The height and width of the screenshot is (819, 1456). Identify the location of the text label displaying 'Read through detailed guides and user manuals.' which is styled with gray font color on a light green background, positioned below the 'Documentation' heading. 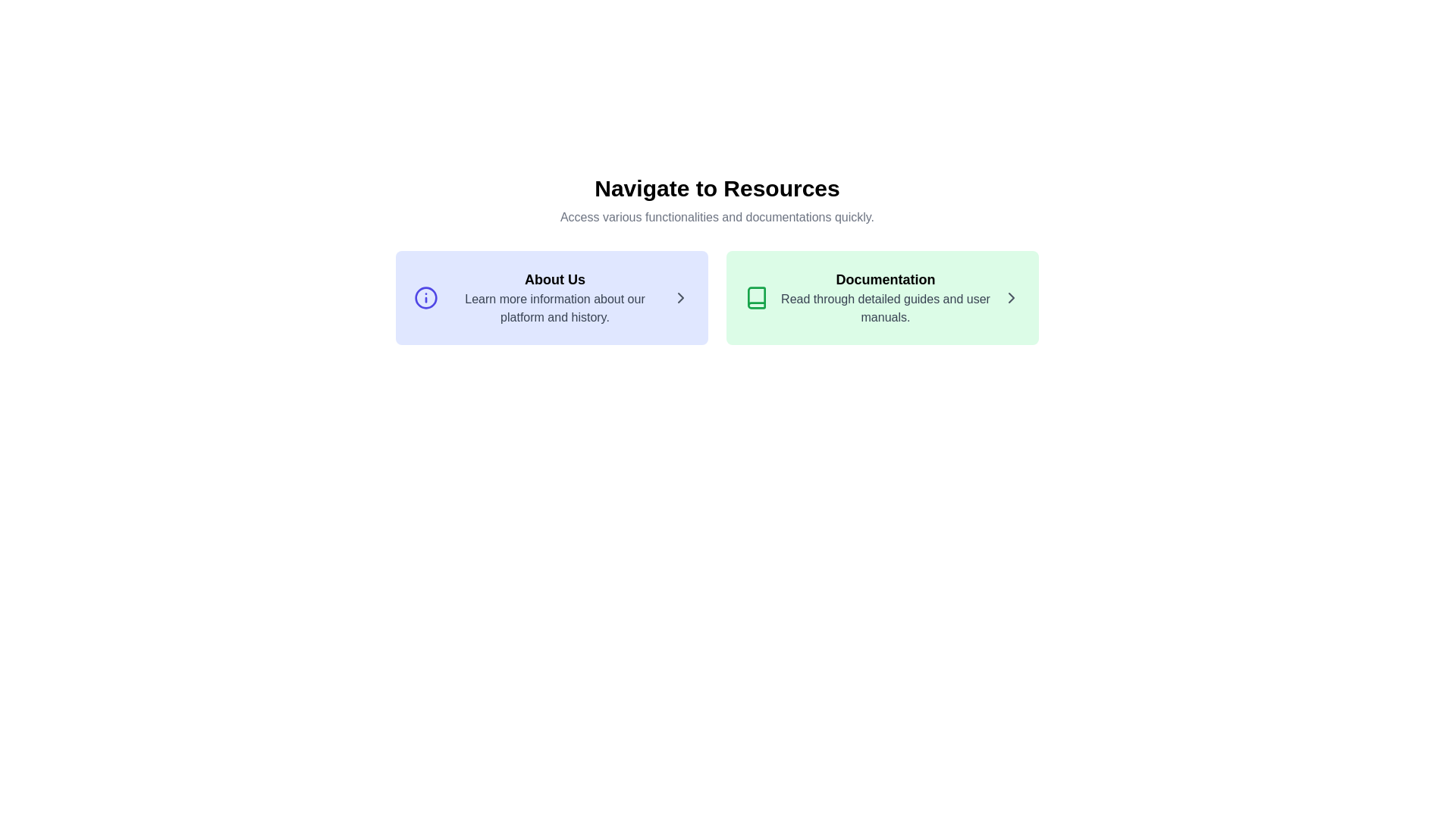
(885, 308).